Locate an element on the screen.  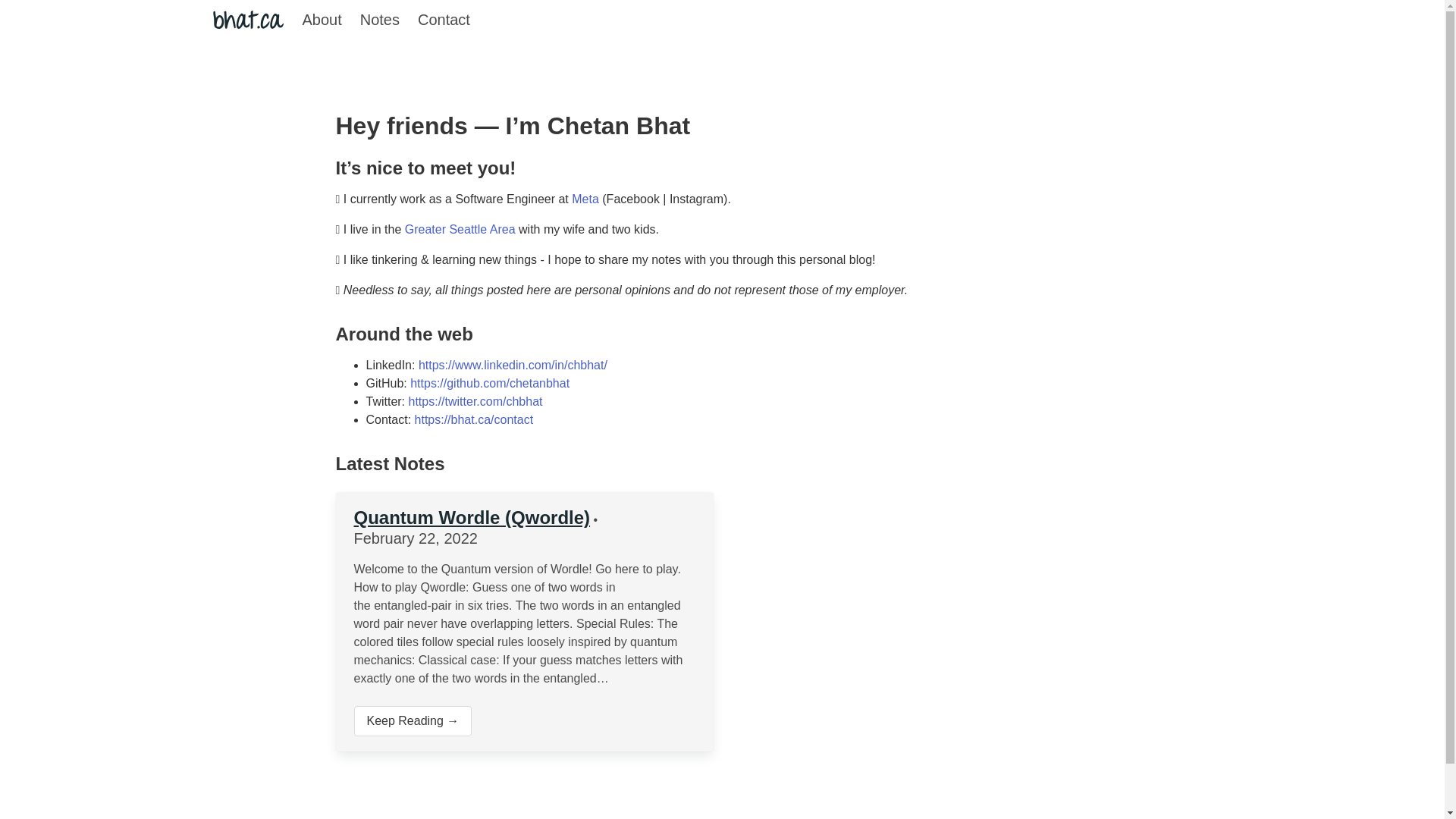
'Quantum Wordle (Qwordle)' is located at coordinates (352, 516).